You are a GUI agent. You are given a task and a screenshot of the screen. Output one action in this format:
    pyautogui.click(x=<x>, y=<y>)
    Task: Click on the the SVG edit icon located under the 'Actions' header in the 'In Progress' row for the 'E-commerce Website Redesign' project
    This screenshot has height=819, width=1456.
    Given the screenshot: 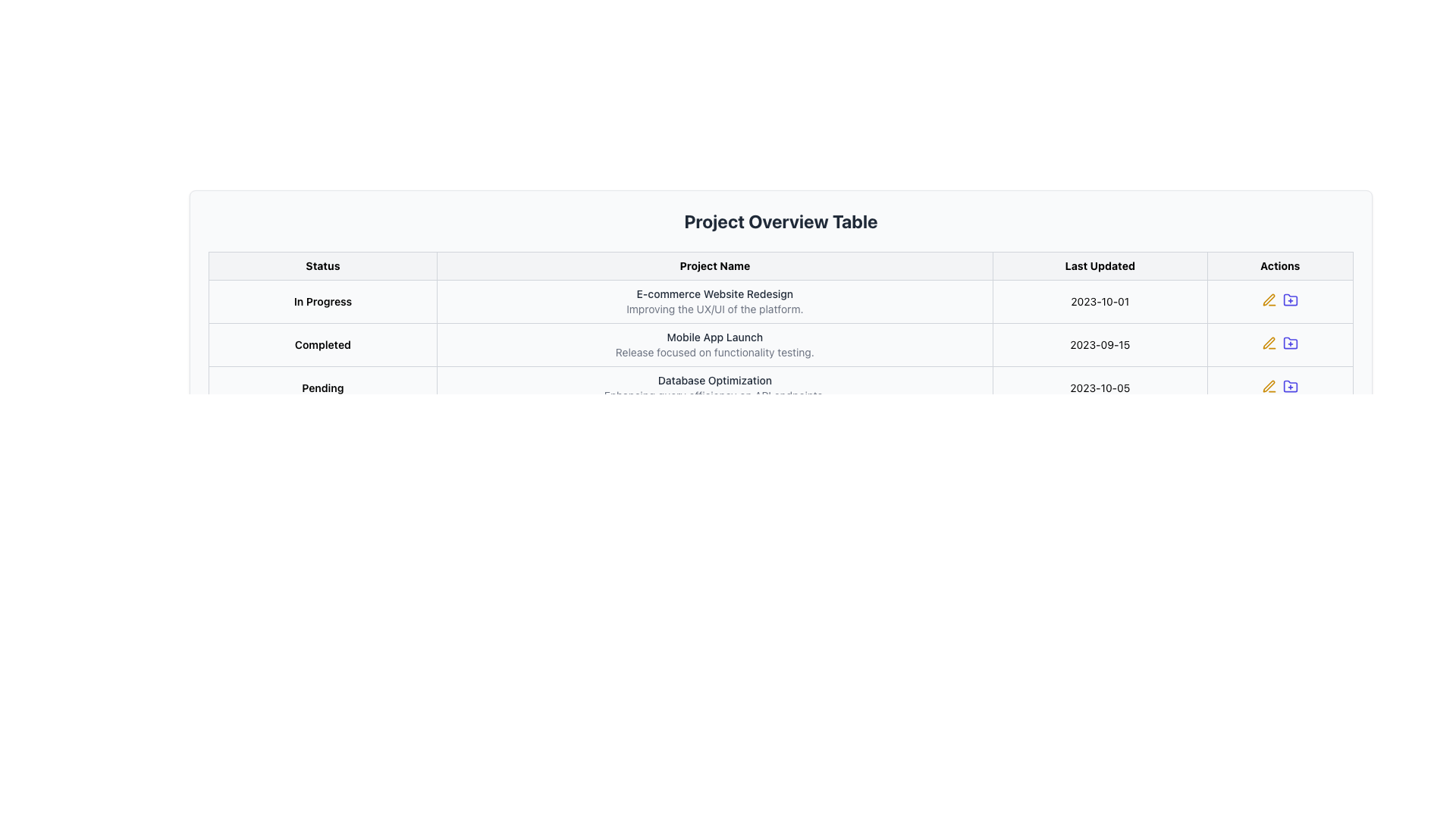 What is the action you would take?
    pyautogui.click(x=1269, y=300)
    